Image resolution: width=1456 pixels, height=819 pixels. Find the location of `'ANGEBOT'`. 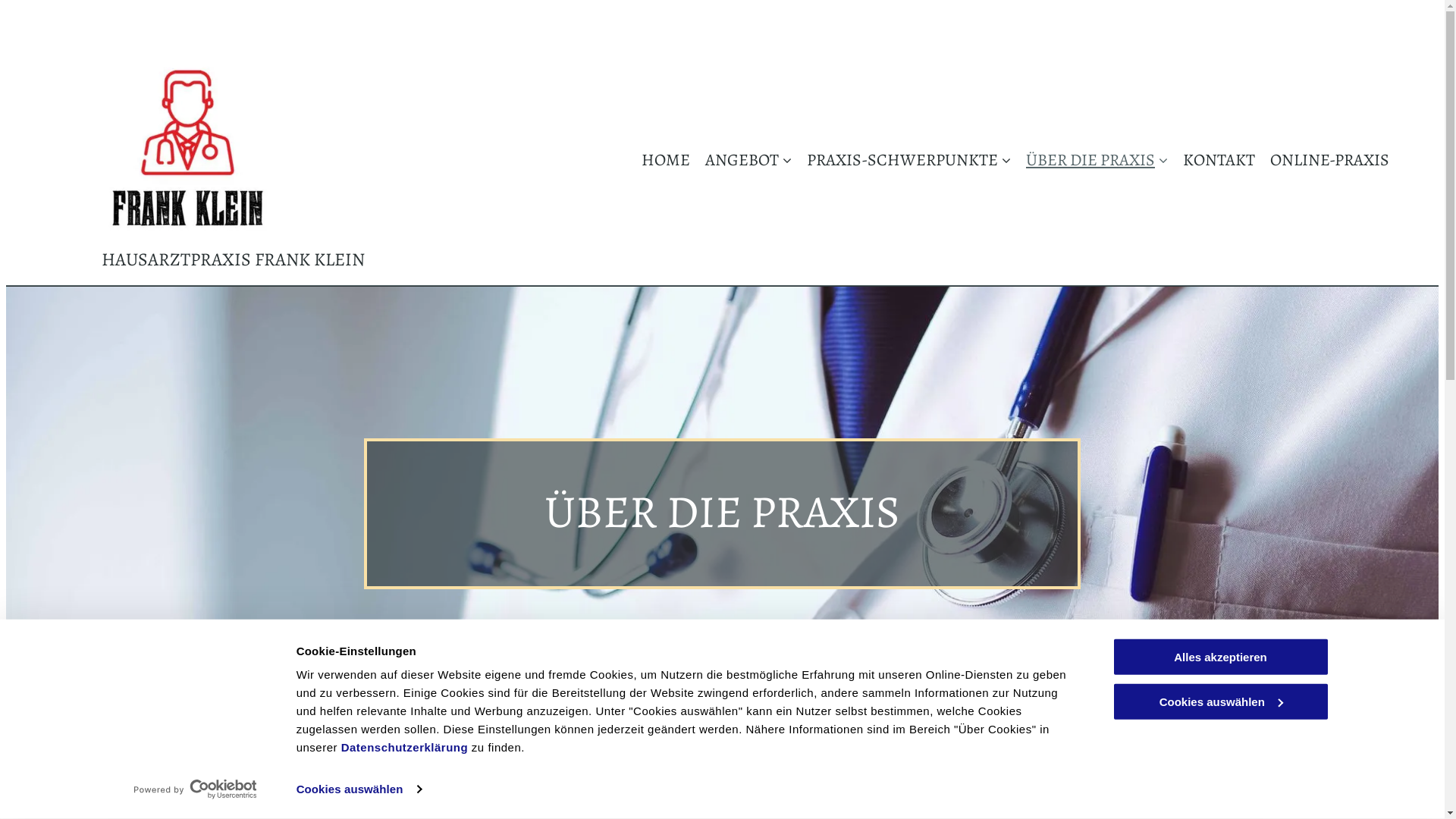

'ANGEBOT' is located at coordinates (741, 159).